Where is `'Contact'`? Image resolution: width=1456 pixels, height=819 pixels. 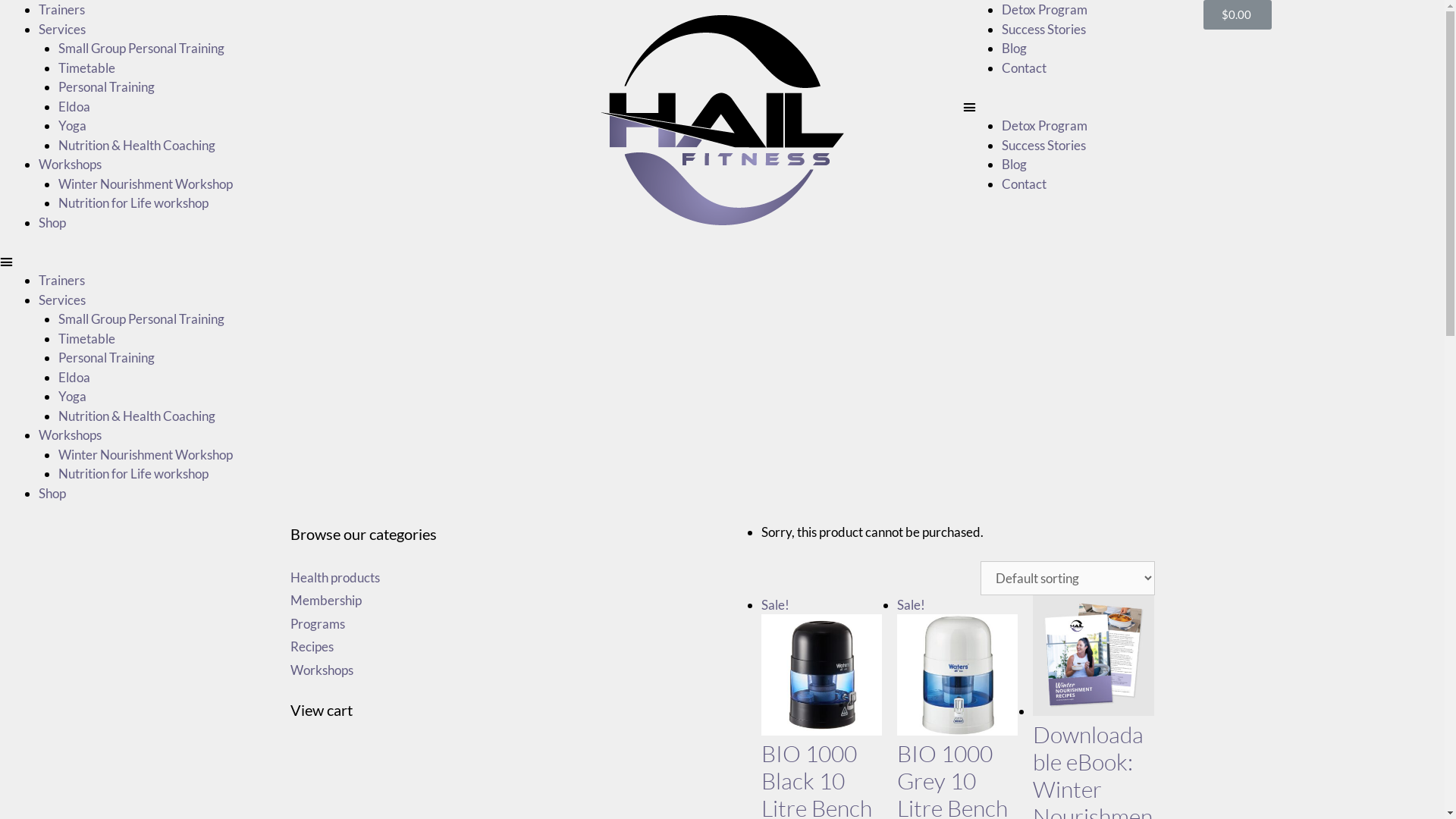
'Contact' is located at coordinates (1024, 183).